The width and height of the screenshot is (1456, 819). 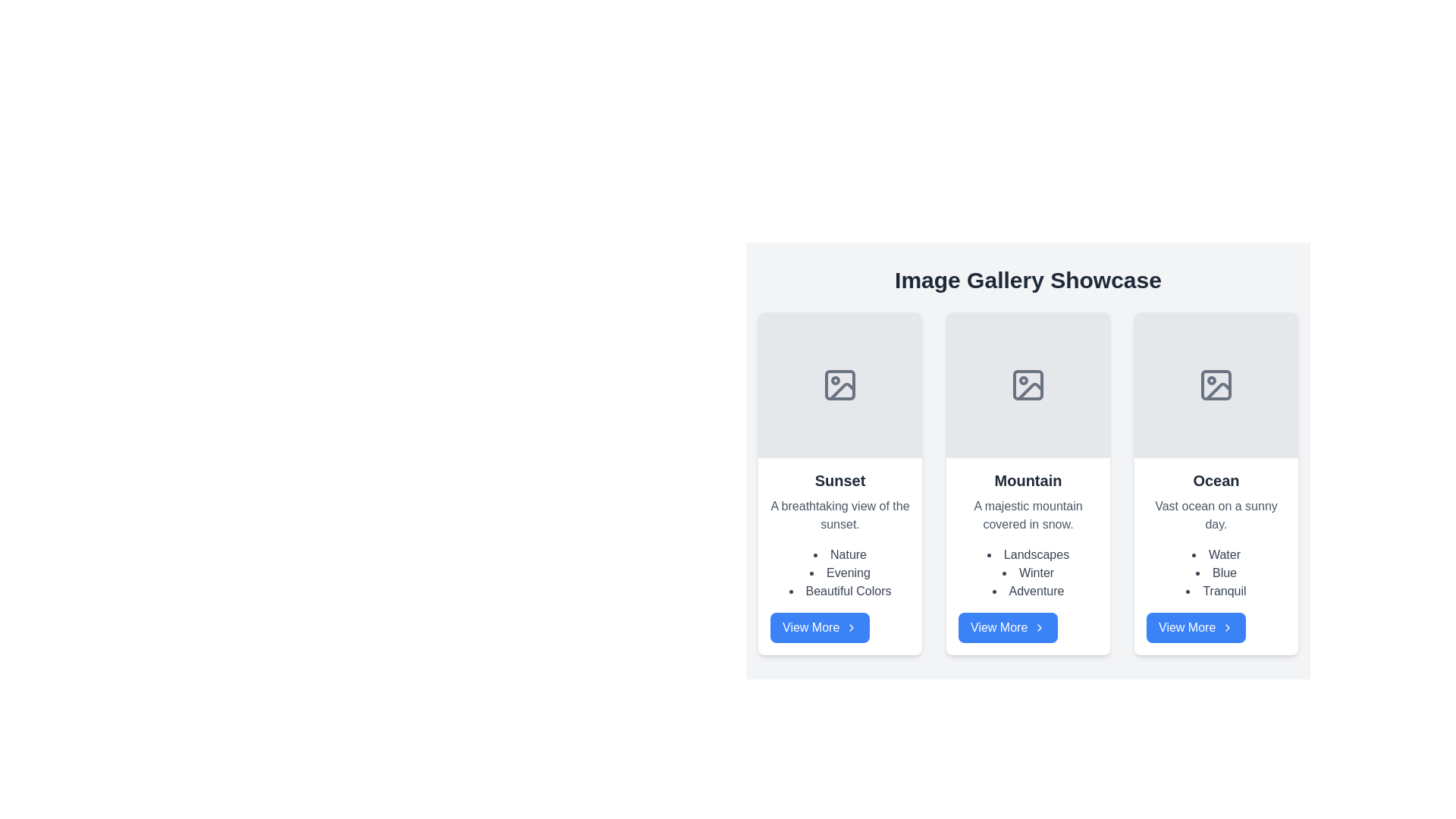 What do you see at coordinates (1216, 555) in the screenshot?
I see `the first item in the bulleted list under the 'Ocean' section, which serves as a label representing a characteristic related to the topic` at bounding box center [1216, 555].